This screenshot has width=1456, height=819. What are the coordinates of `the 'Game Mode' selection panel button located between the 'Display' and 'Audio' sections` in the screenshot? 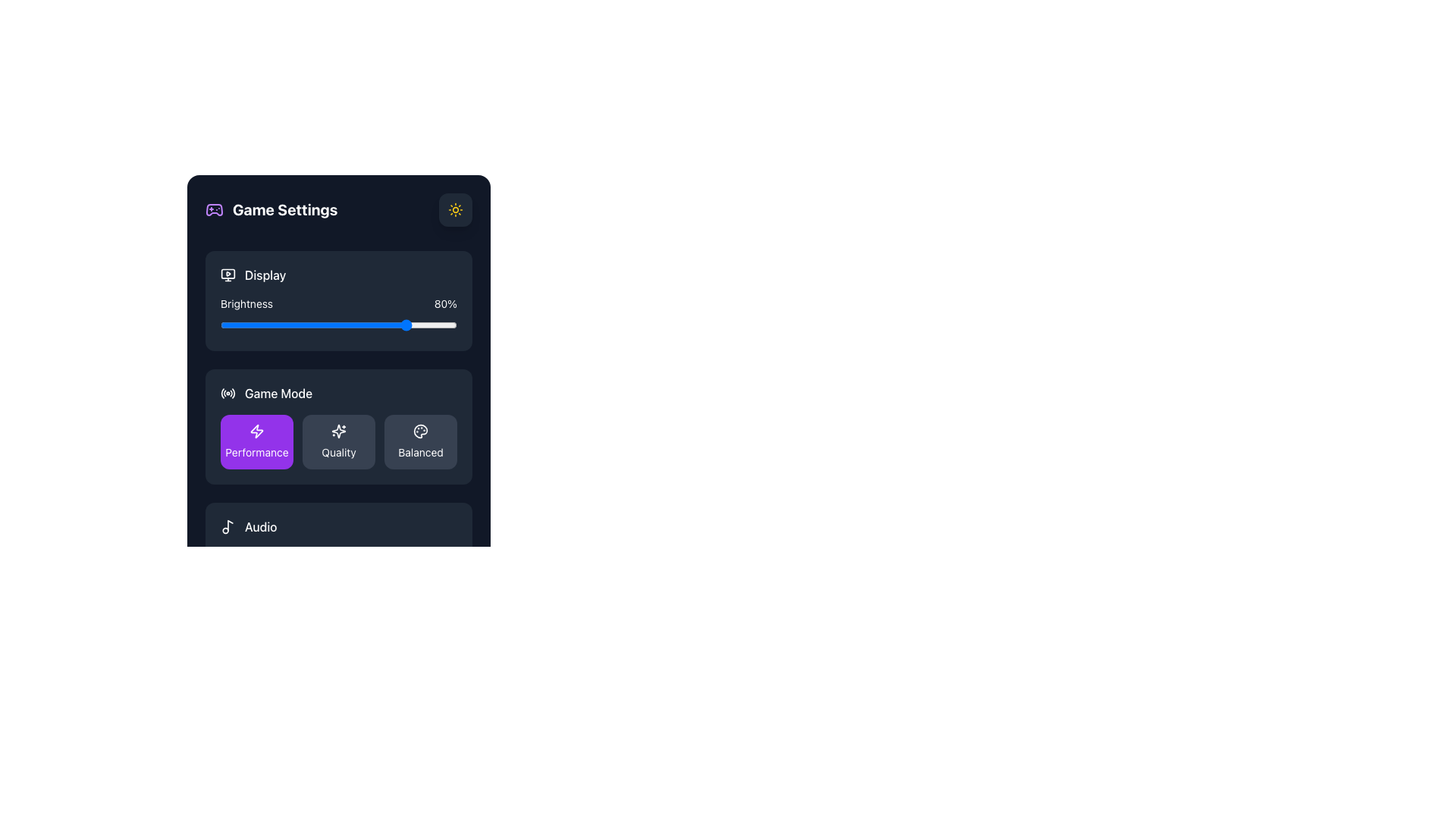 It's located at (337, 427).